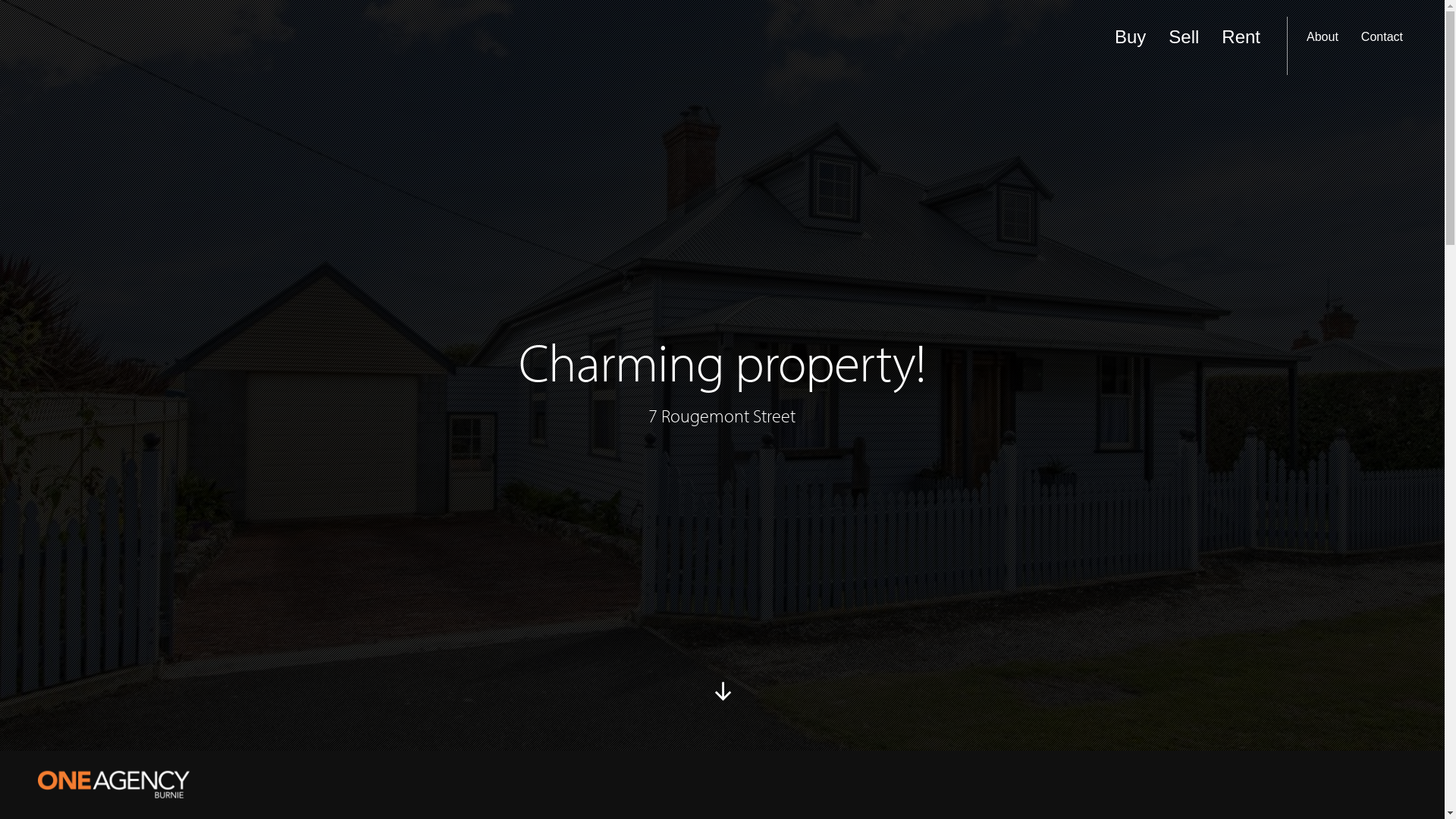 The width and height of the screenshot is (1456, 819). Describe the element at coordinates (1130, 45) in the screenshot. I see `'Buy'` at that location.